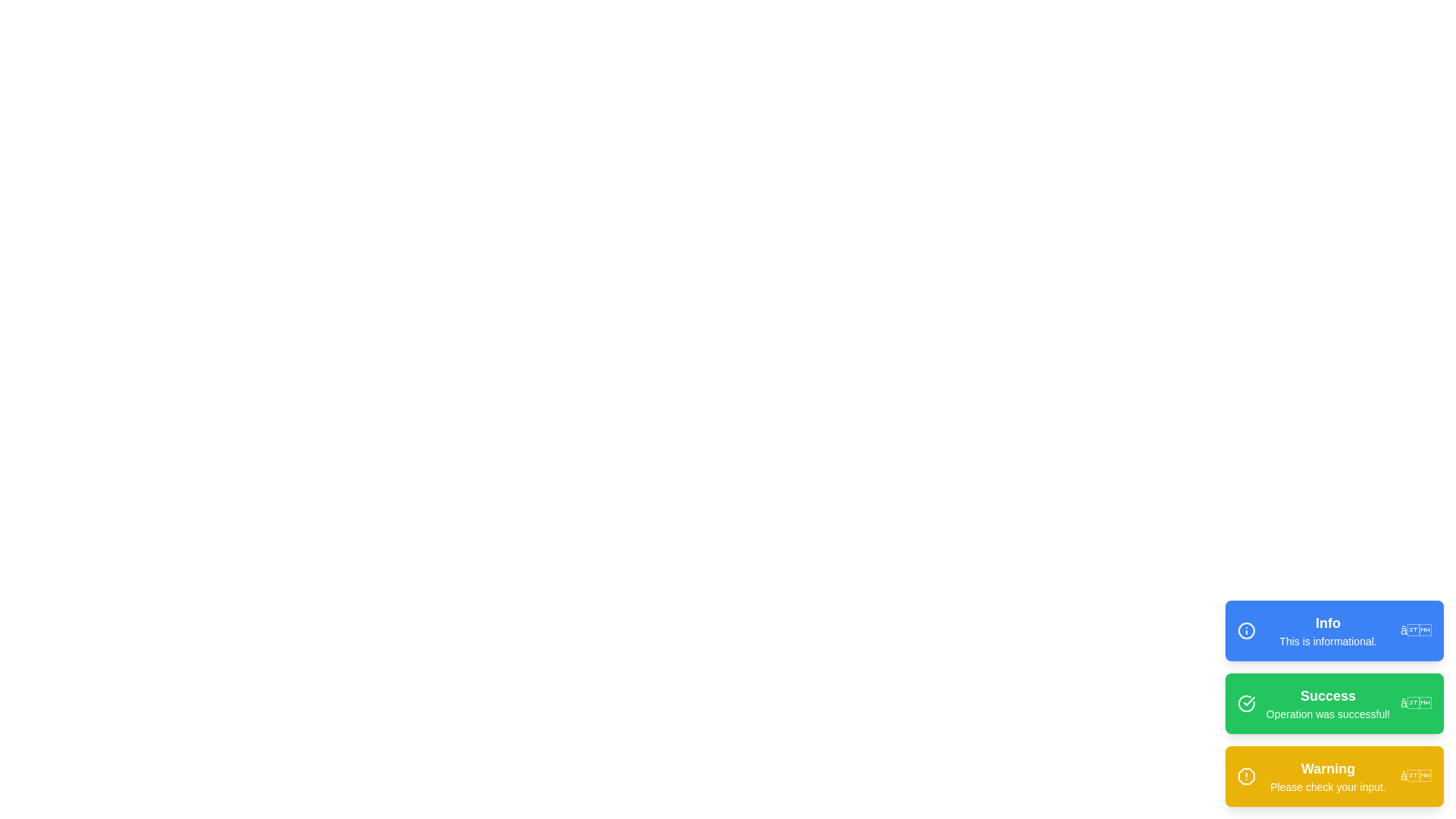 This screenshot has height=819, width=1456. Describe the element at coordinates (1246, 776) in the screenshot. I see `properties of the yellow octagonal alert icon with a warning symbol, located in the bottom-most yellow alert box on the left side` at that location.